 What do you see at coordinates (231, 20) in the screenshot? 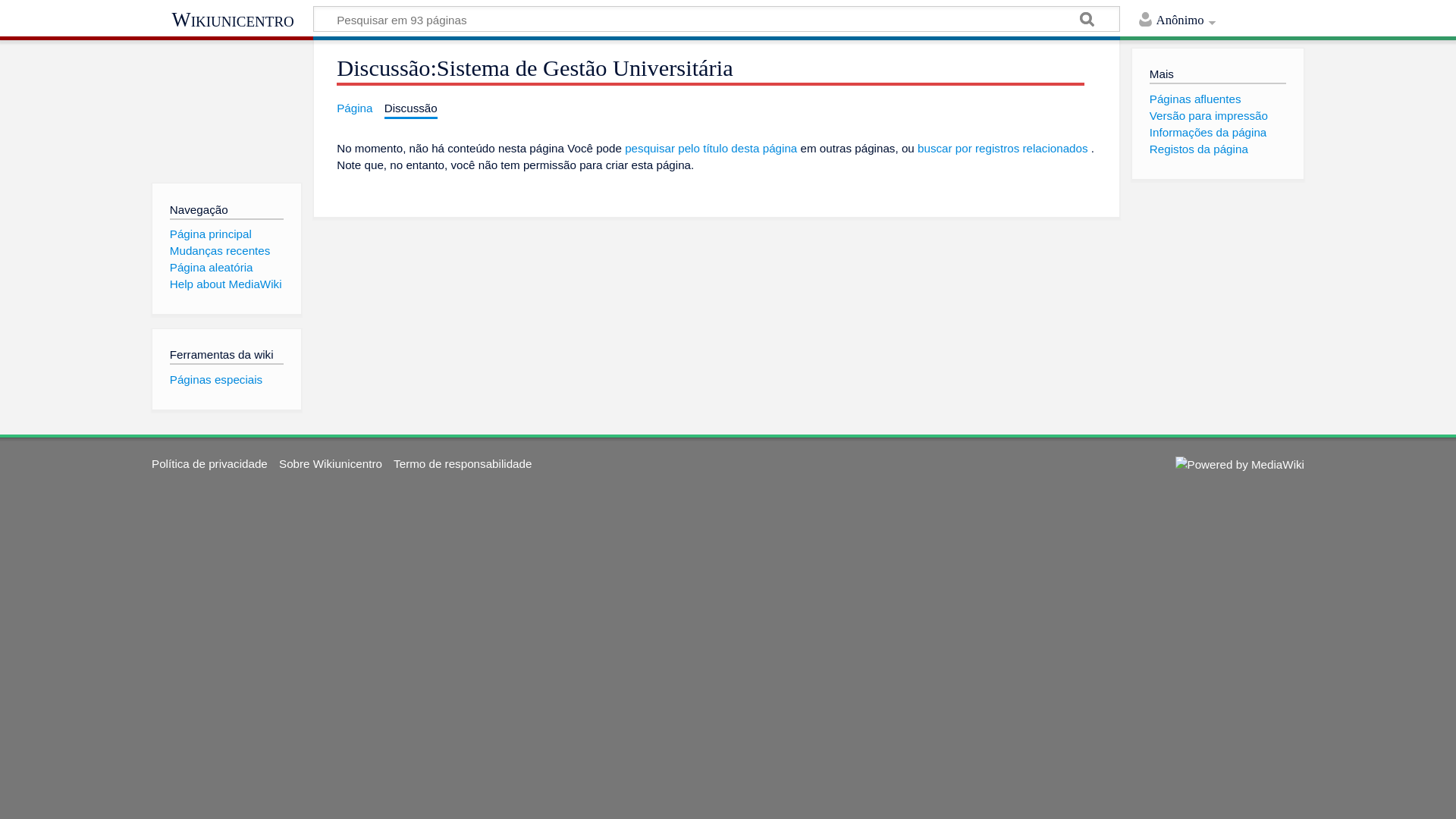
I see `'Wikiunicentro'` at bounding box center [231, 20].